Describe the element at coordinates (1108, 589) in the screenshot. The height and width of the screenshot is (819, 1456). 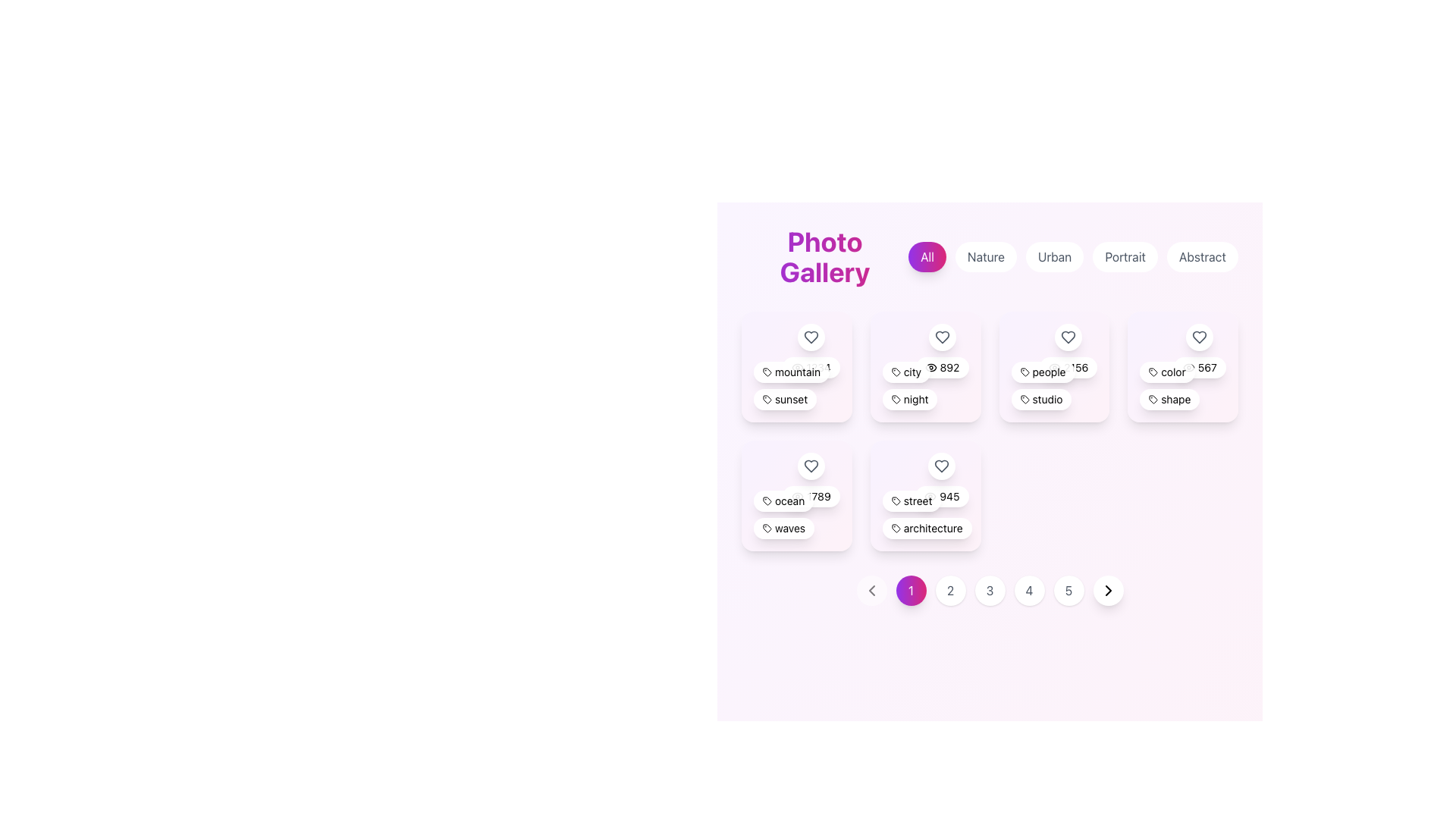
I see `the button at the far right of the pagination control` at that location.